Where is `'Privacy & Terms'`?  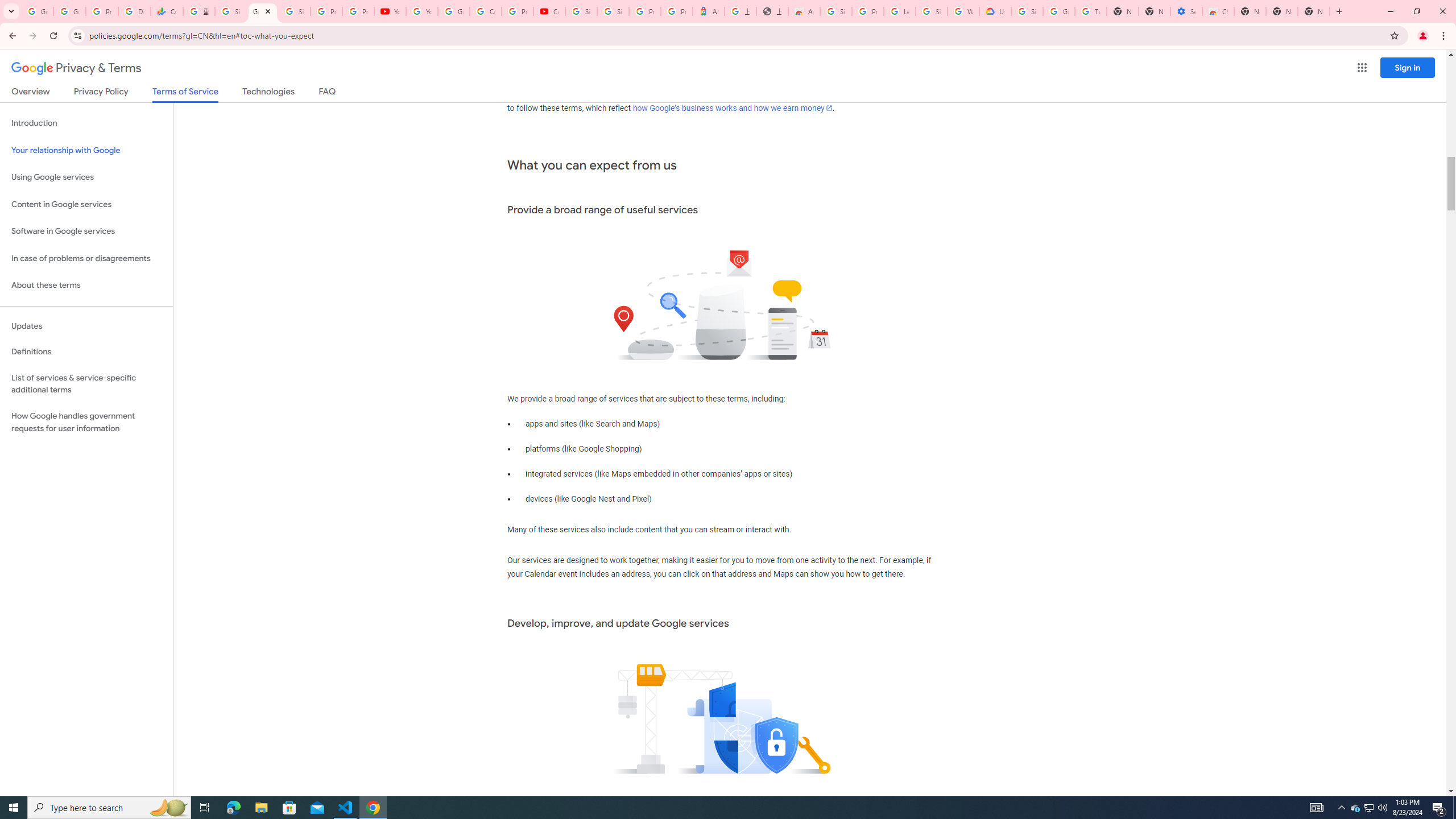 'Privacy & Terms' is located at coordinates (76, 68).